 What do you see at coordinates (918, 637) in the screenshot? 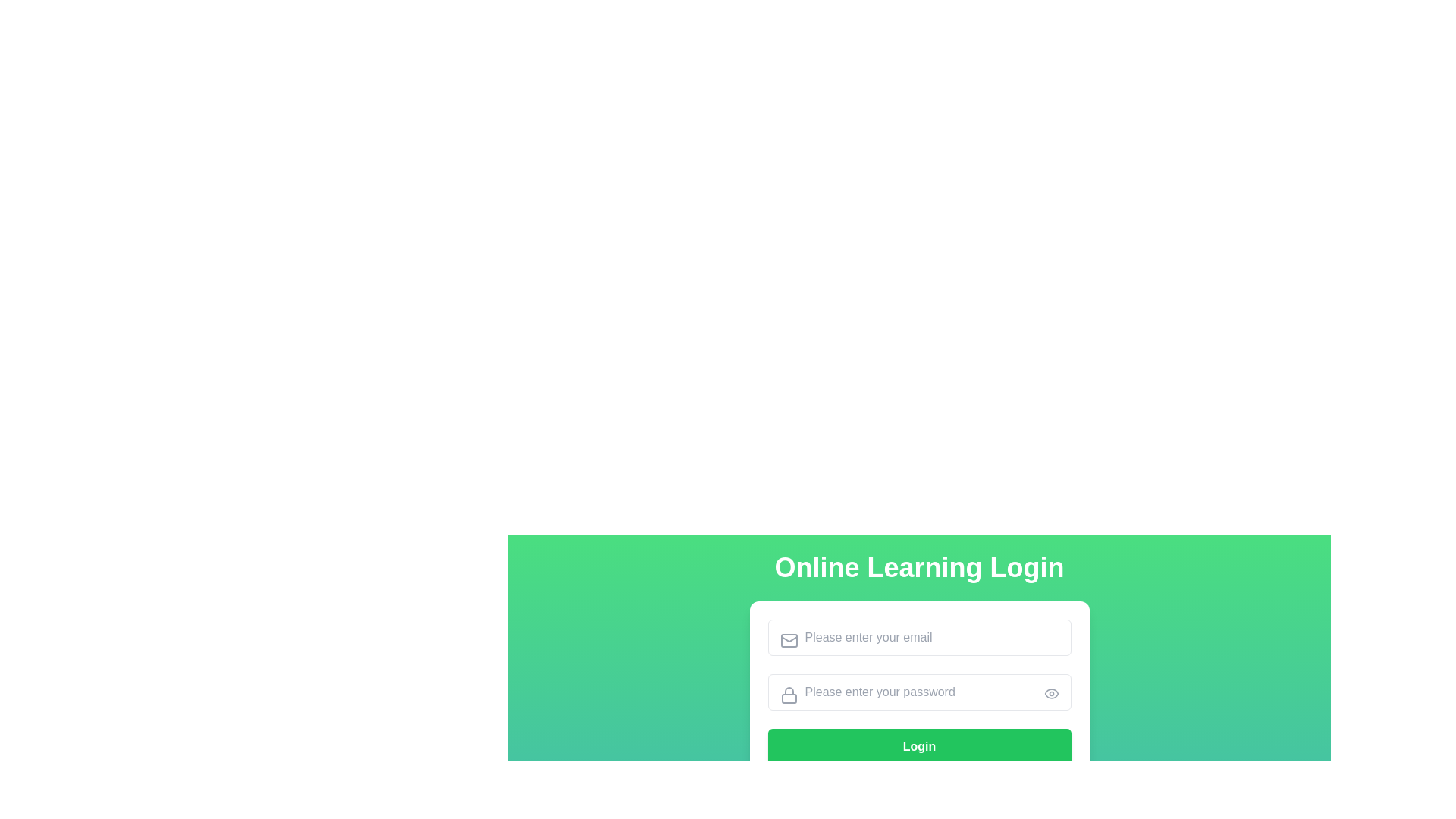
I see `the email input field located beneath the 'Online Learning Login' heading to focus on it` at bounding box center [918, 637].